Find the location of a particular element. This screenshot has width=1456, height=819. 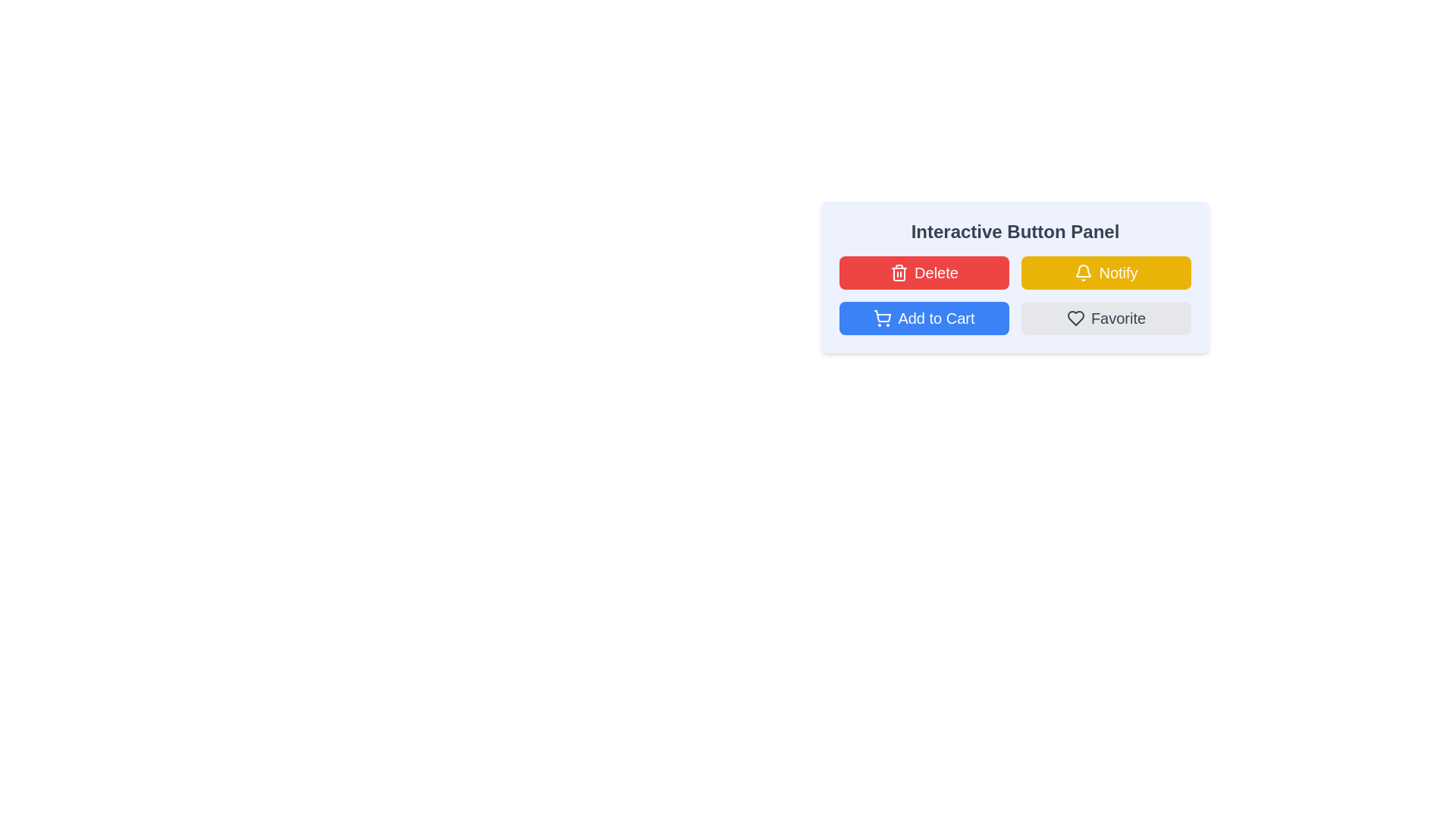

the blue 'Add to Cart' button with rounded edges to observe the hover effect that changes its background to a darker blue shade is located at coordinates (924, 318).